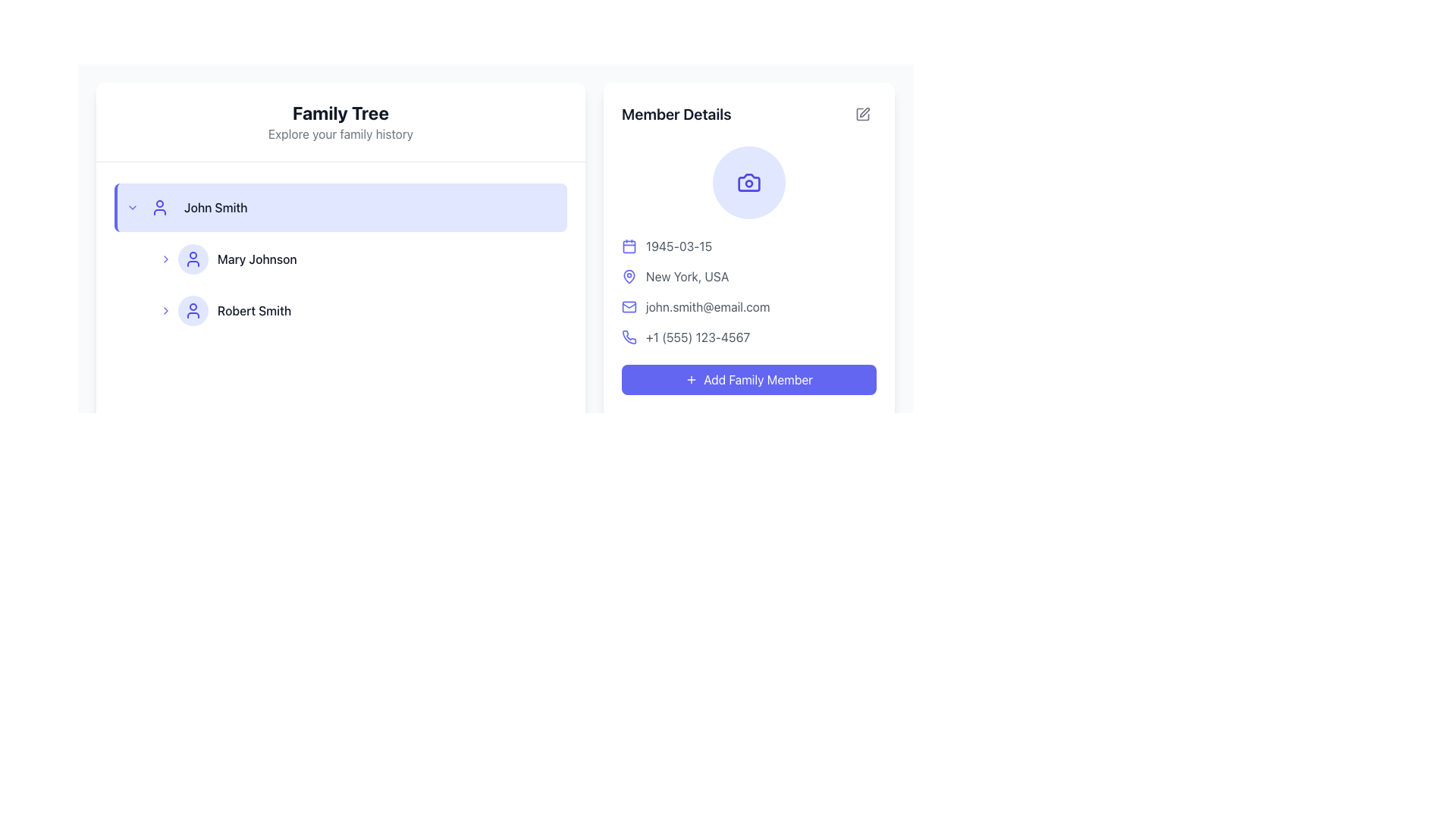  What do you see at coordinates (166, 259) in the screenshot?
I see `the graphic icon located to the left of the profile icon and name 'Mary Johnson' in the Family Tree category, which indicates that the entry can be expanded or interacted with` at bounding box center [166, 259].